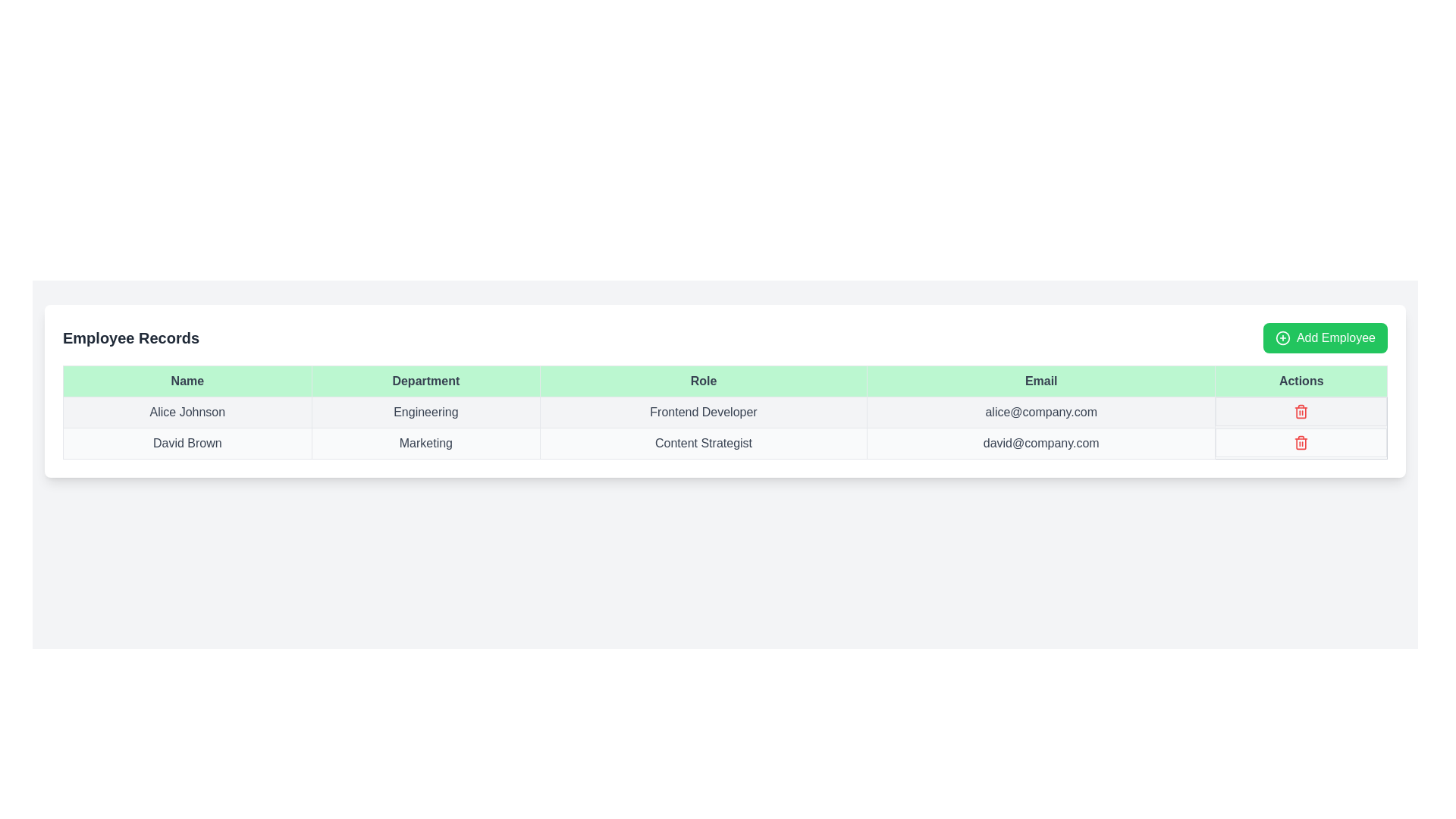 The width and height of the screenshot is (1456, 819). I want to click on the first employee row in the table displaying 'Name', 'Department', 'Role', 'Email', and 'Actions', so click(724, 412).